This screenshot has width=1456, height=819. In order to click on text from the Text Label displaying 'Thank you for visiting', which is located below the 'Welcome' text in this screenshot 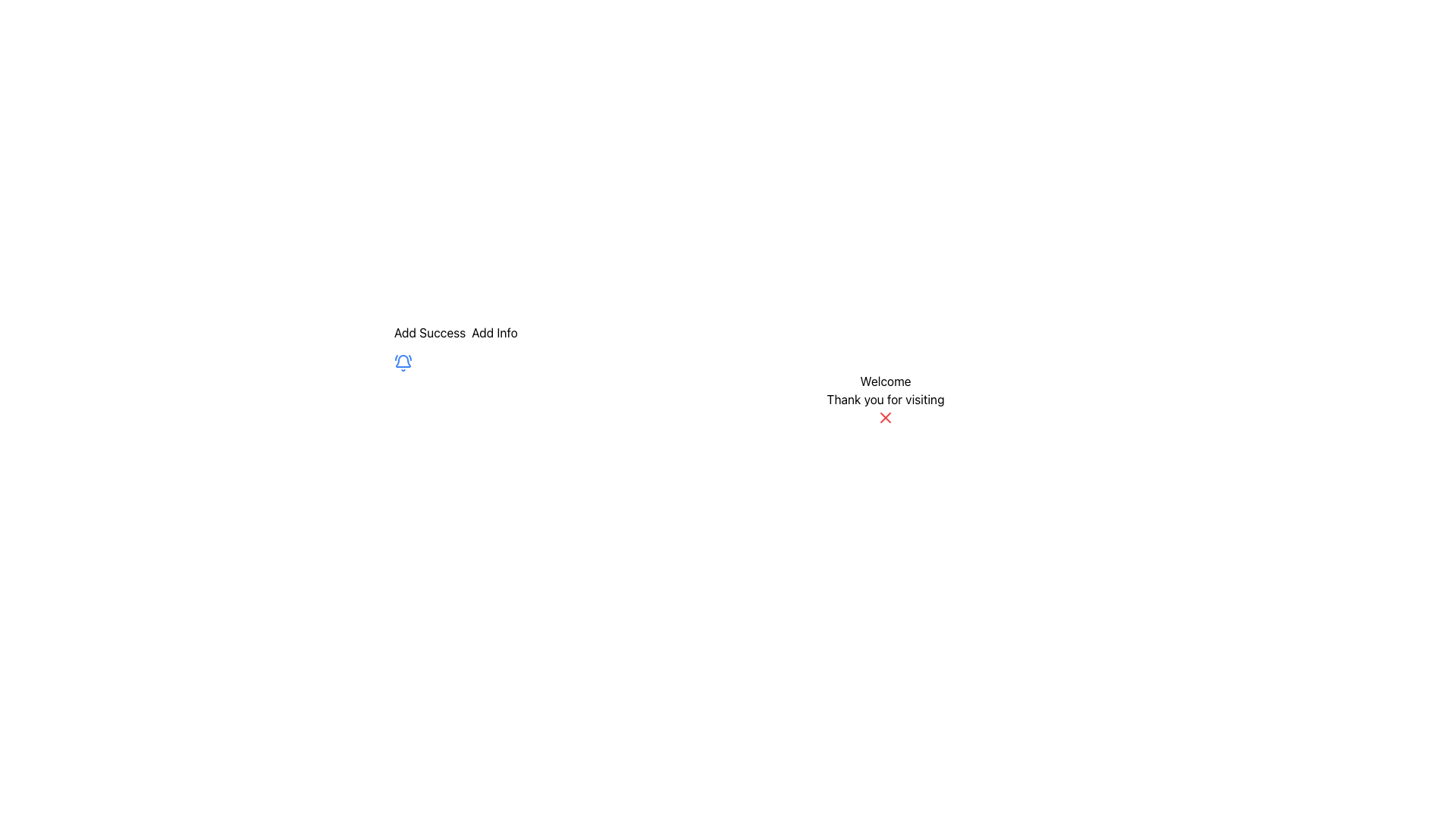, I will do `click(885, 399)`.